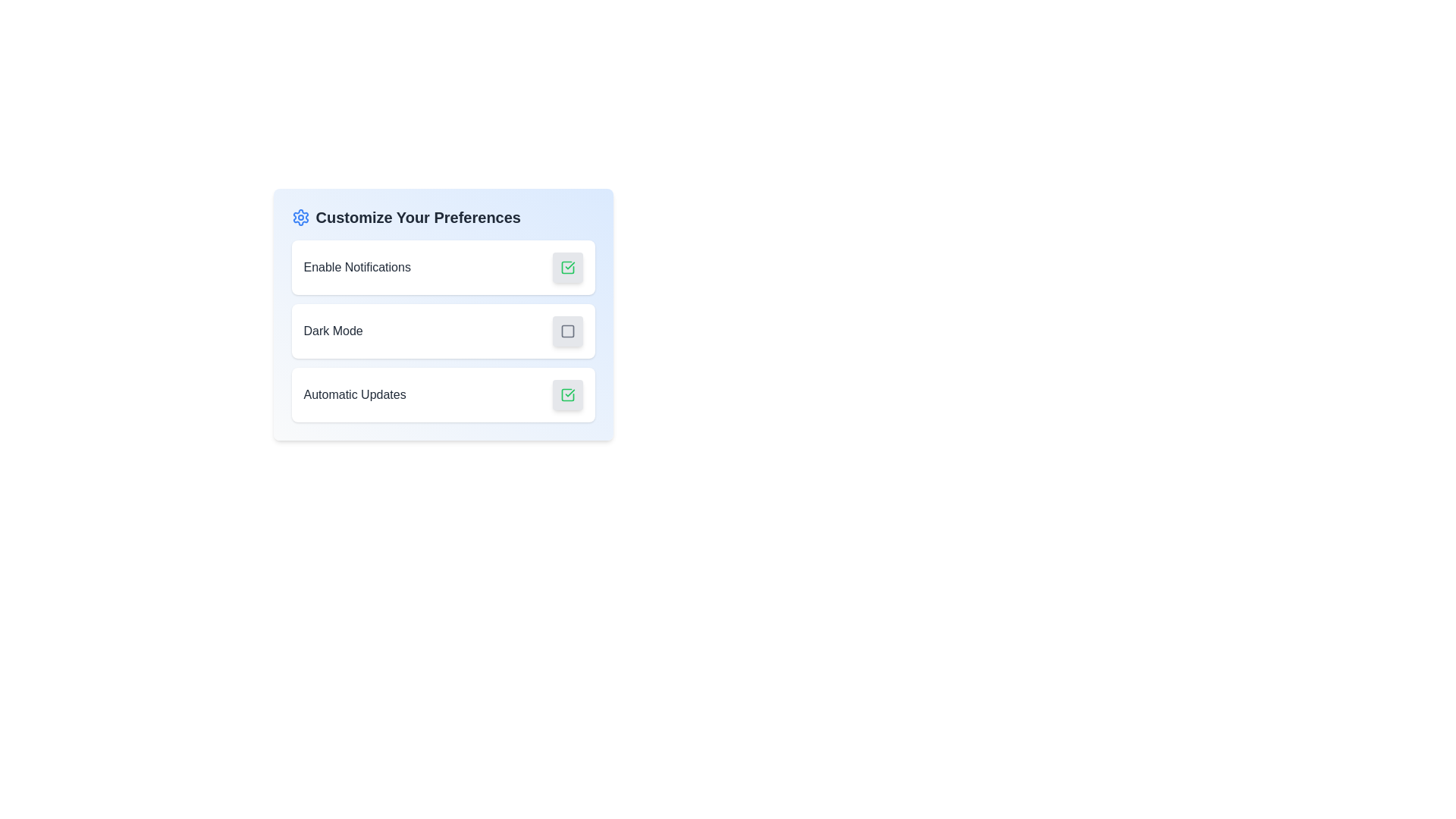 The height and width of the screenshot is (819, 1456). I want to click on the Text Label with Icon that says 'Customize Your Preferences' which is styled in a bold, large font and accompanied by a blue gear icon, so click(442, 217).